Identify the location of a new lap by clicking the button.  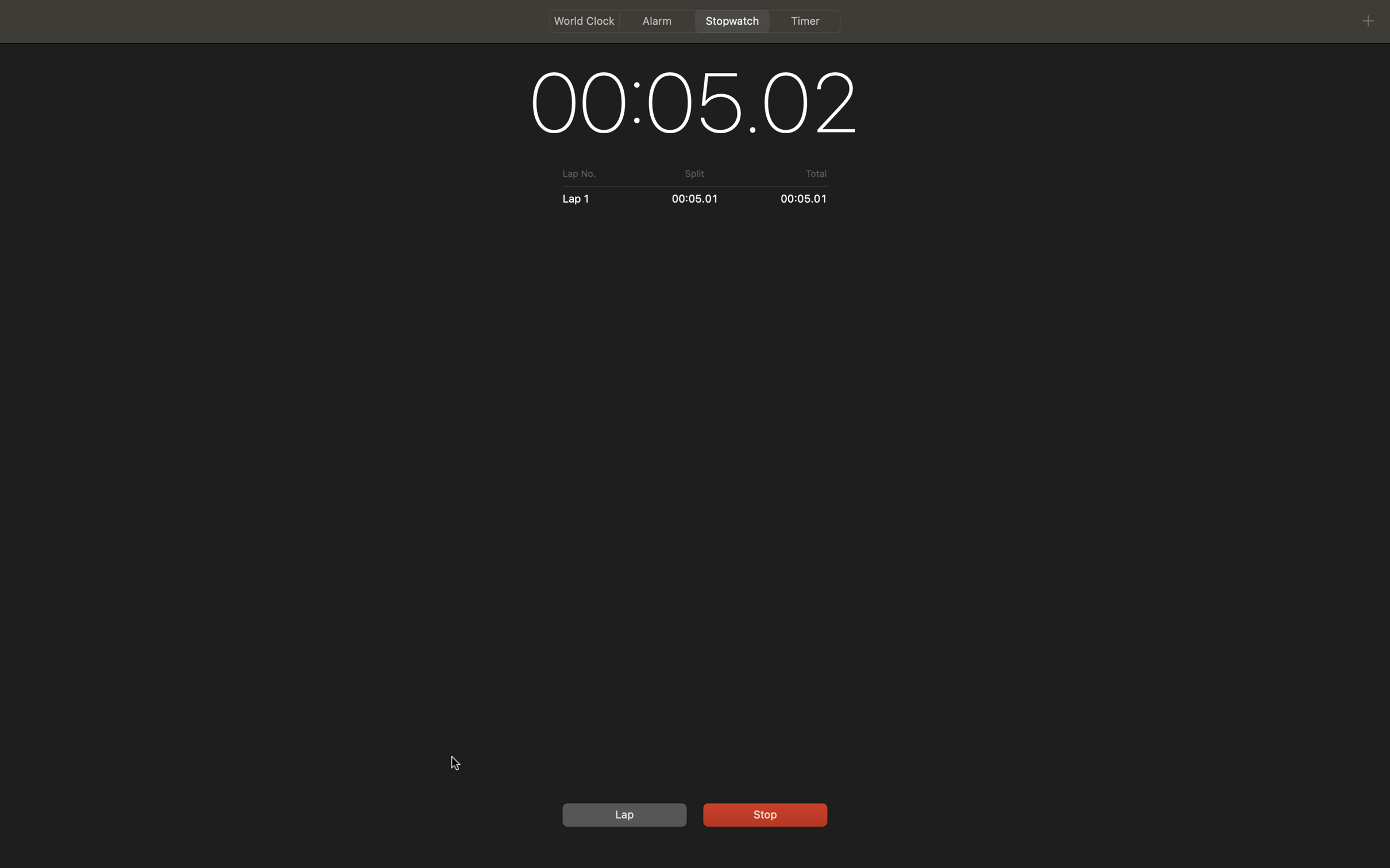
(622, 814).